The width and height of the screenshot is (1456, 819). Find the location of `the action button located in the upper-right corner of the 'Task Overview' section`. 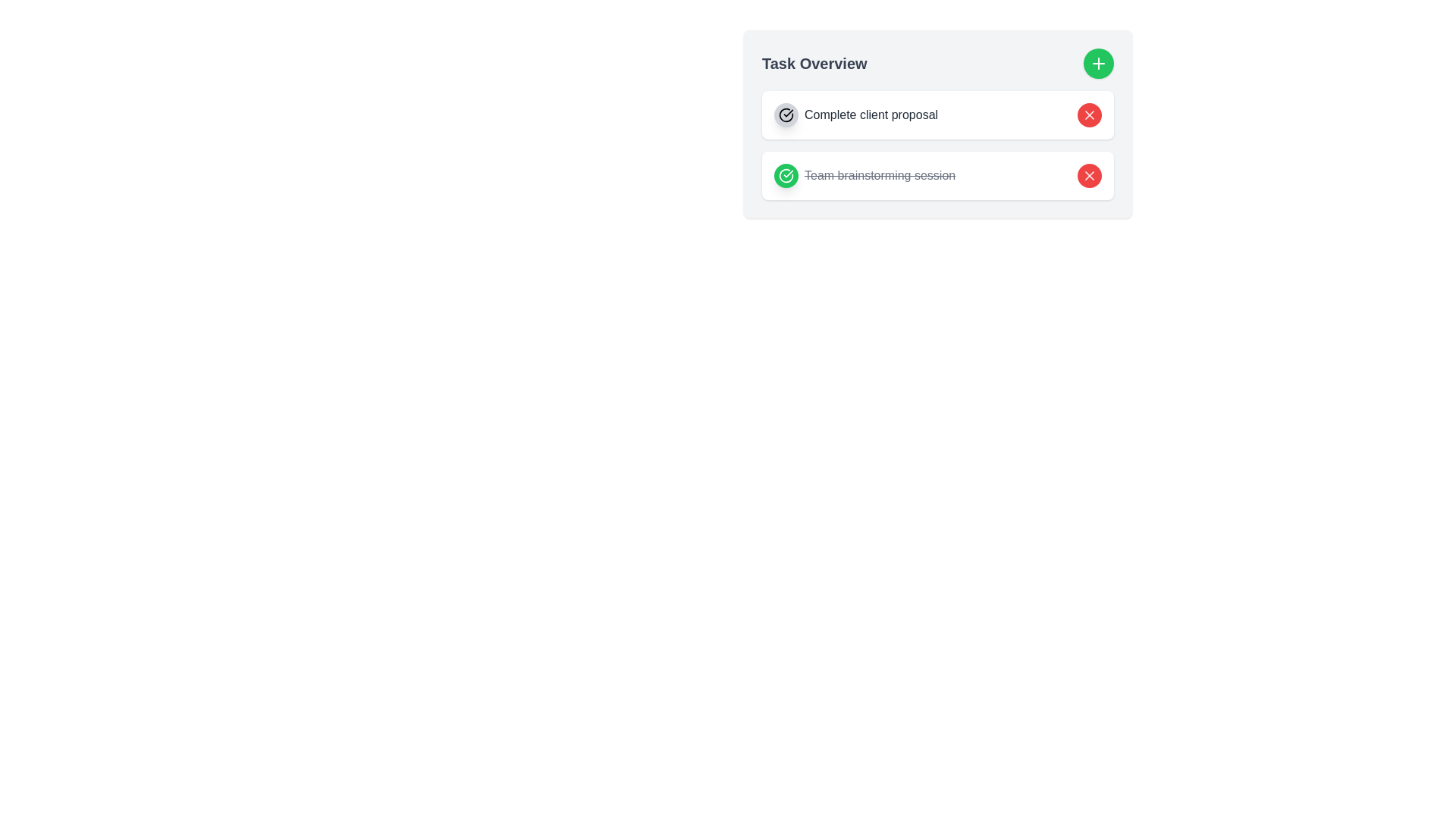

the action button located in the upper-right corner of the 'Task Overview' section is located at coordinates (1099, 63).